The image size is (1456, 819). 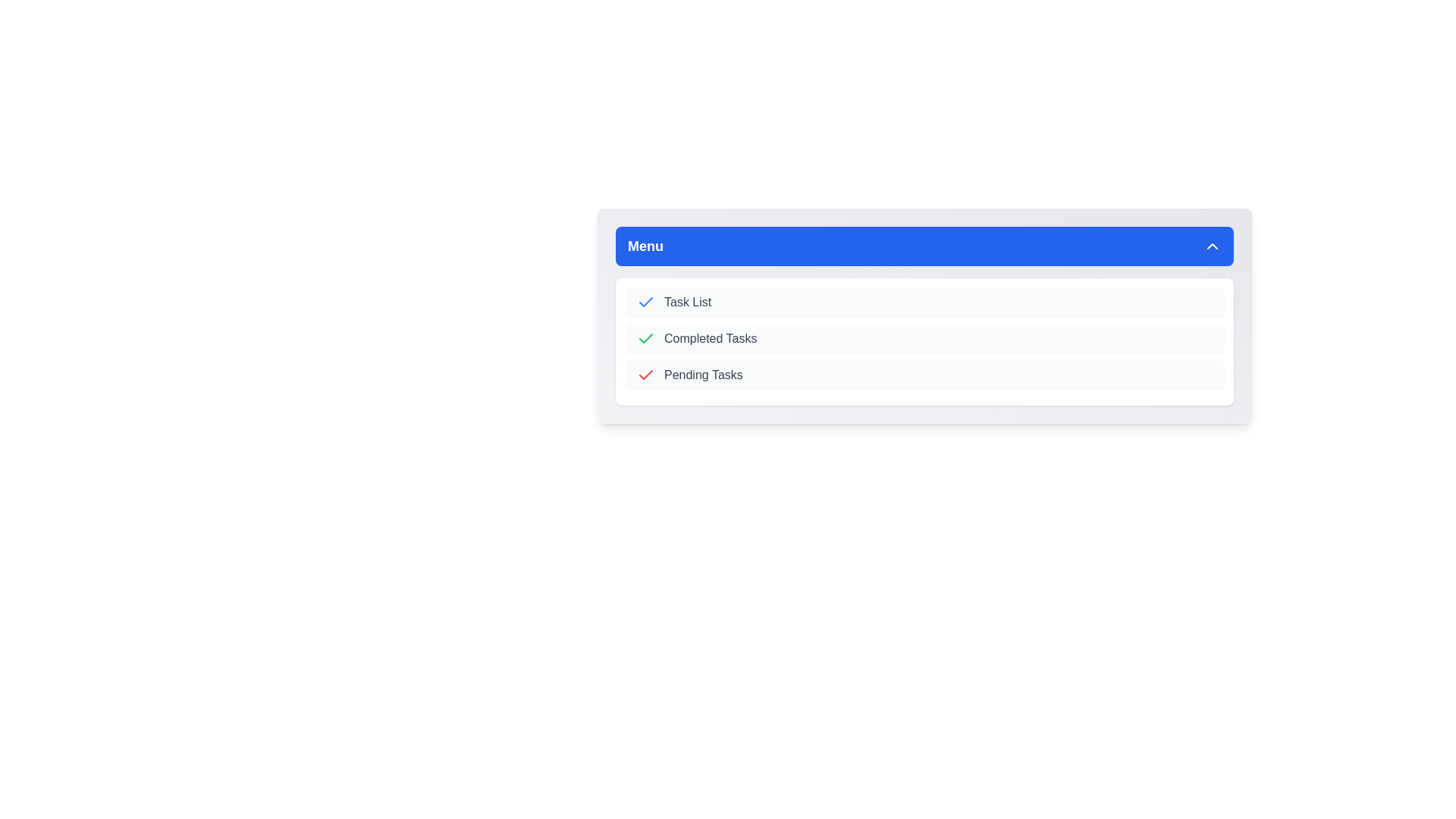 I want to click on the completion indicator icon, represented by a checkmark, located in the 'Completed Tasks' section of the menu list, so click(x=645, y=338).